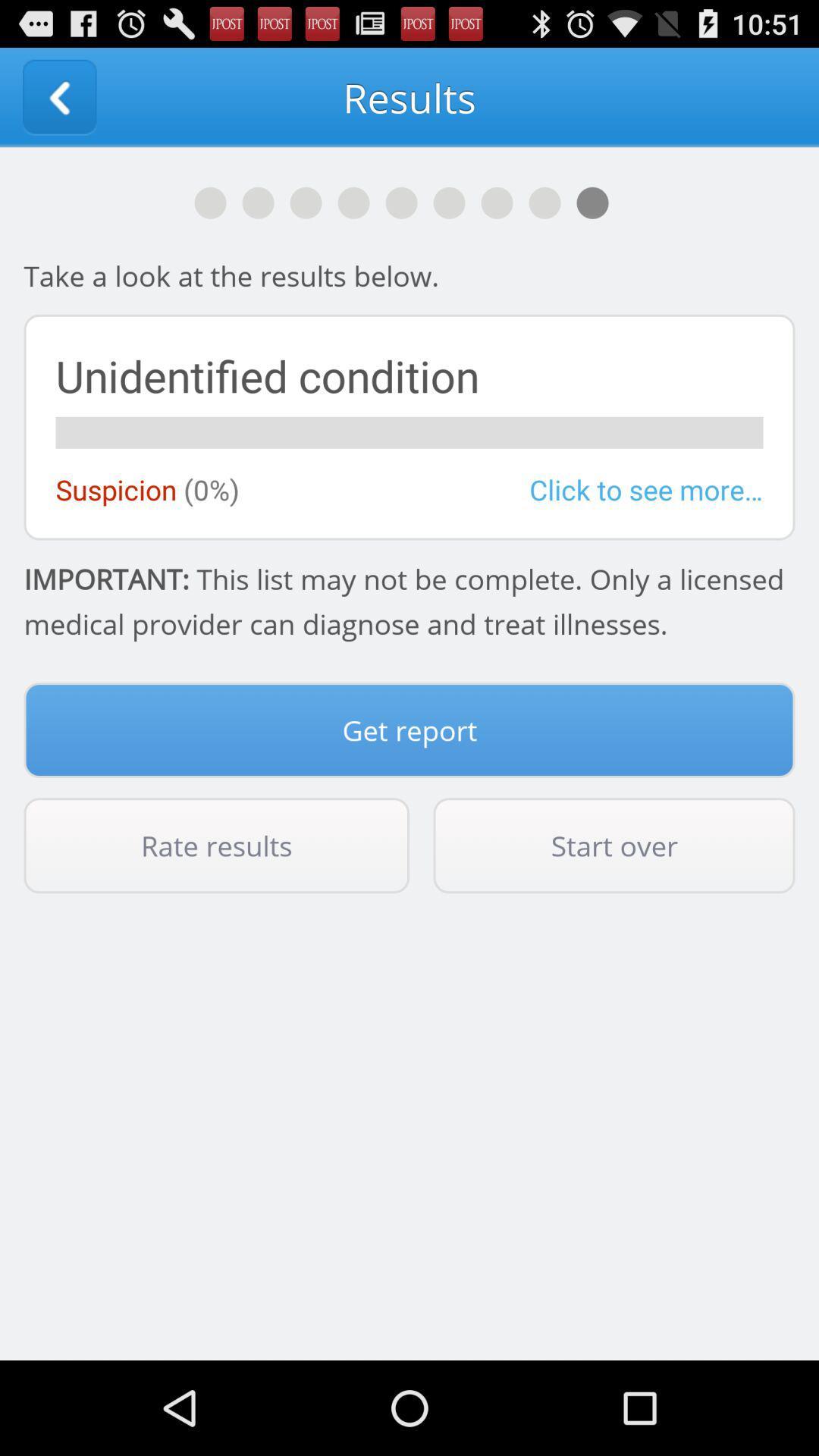  I want to click on icon next to the start over icon, so click(216, 845).